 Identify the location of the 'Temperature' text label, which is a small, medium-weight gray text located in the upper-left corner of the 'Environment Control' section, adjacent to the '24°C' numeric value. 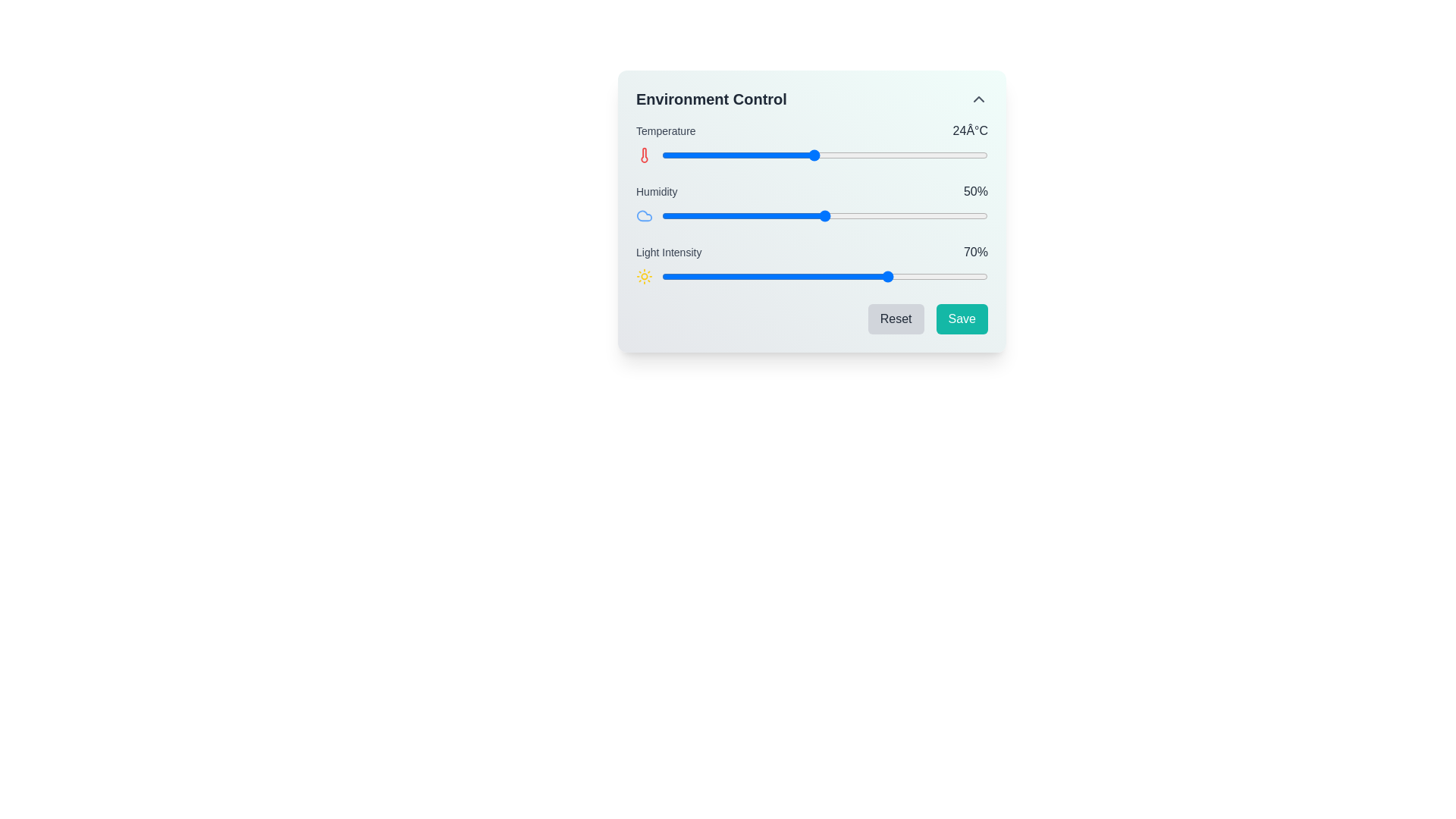
(666, 130).